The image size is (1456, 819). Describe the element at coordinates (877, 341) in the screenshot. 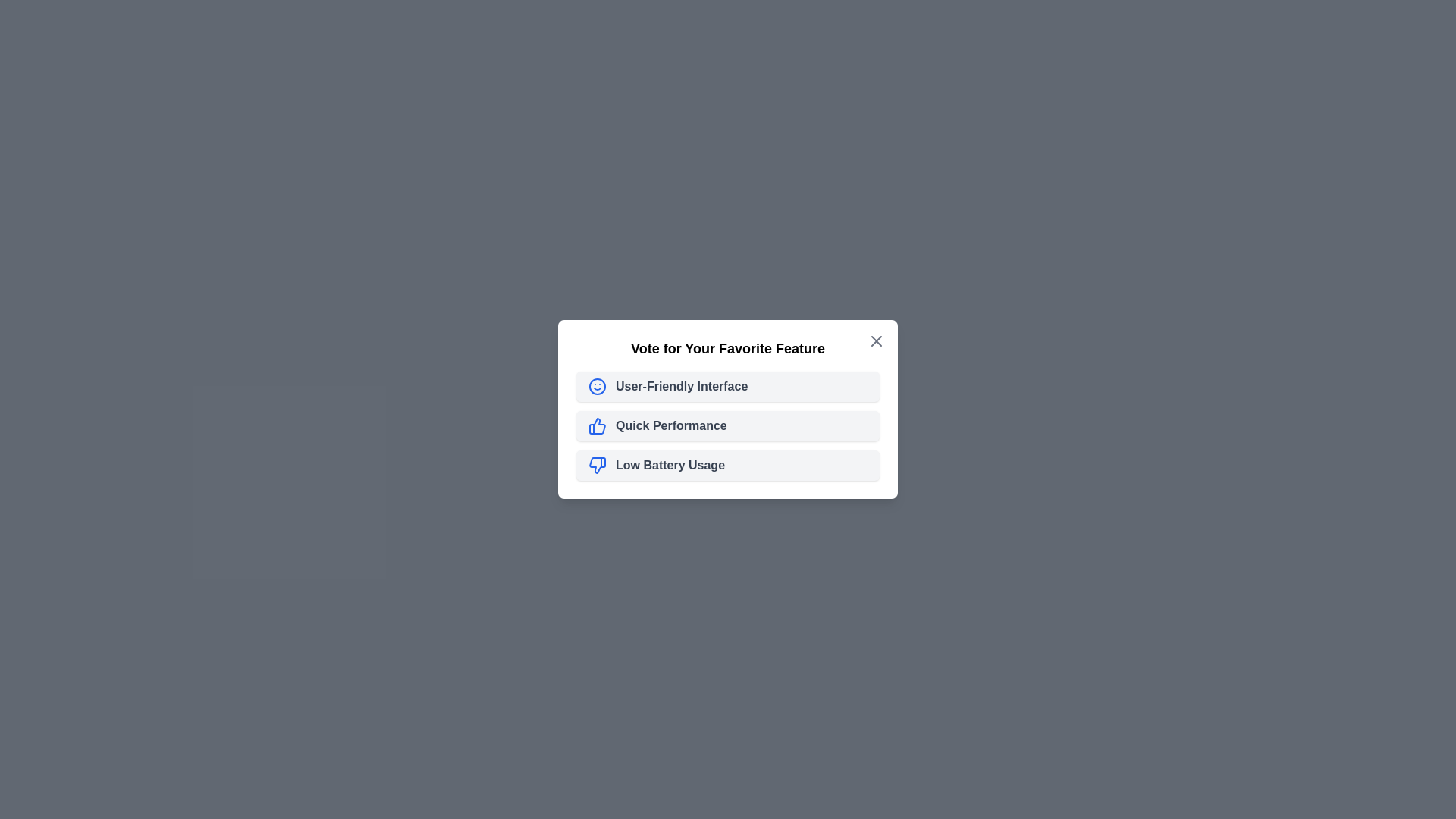

I see `the close button to close the dialog` at that location.